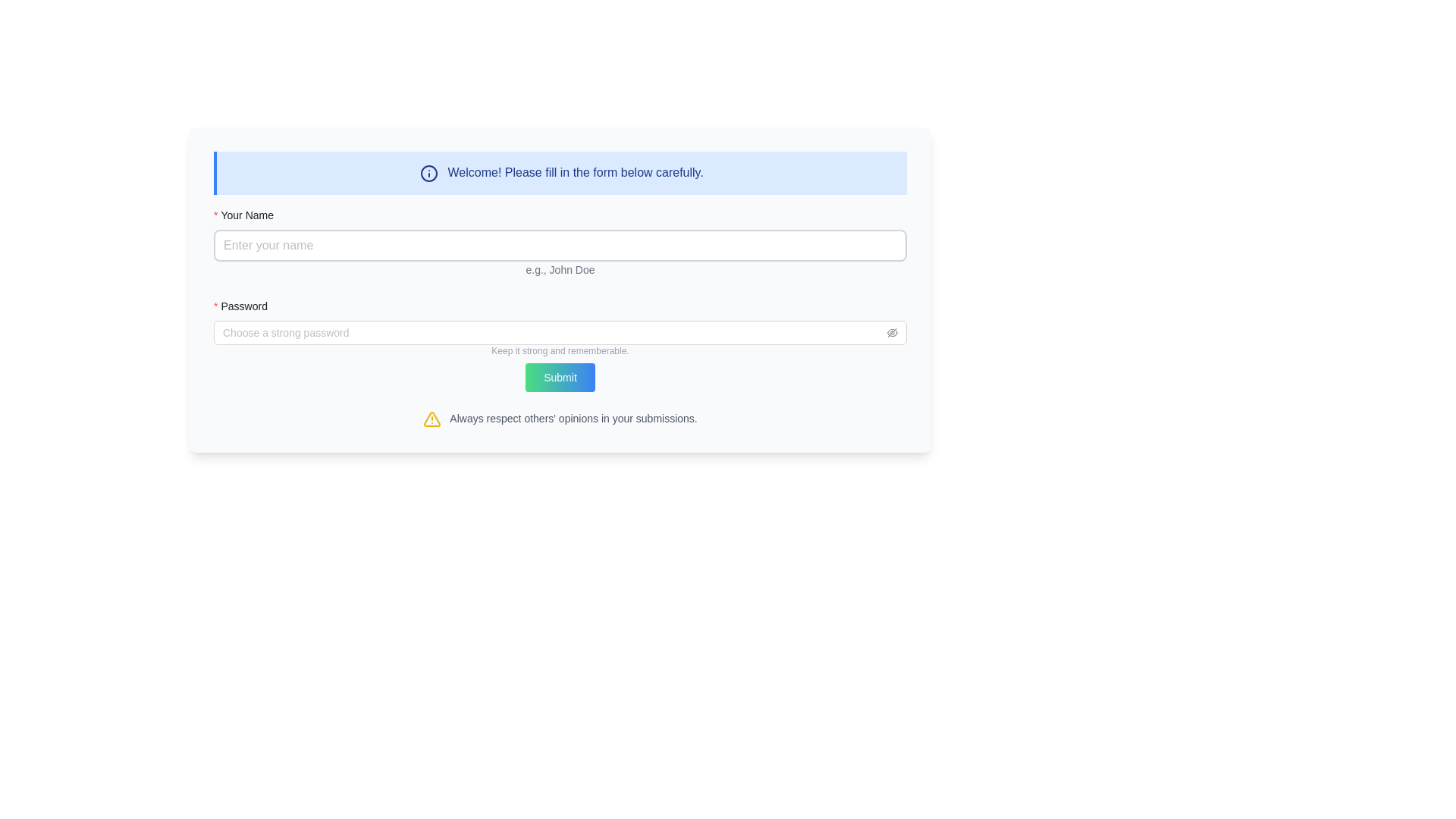  I want to click on the Icon button located inside the password input field, so click(892, 331).